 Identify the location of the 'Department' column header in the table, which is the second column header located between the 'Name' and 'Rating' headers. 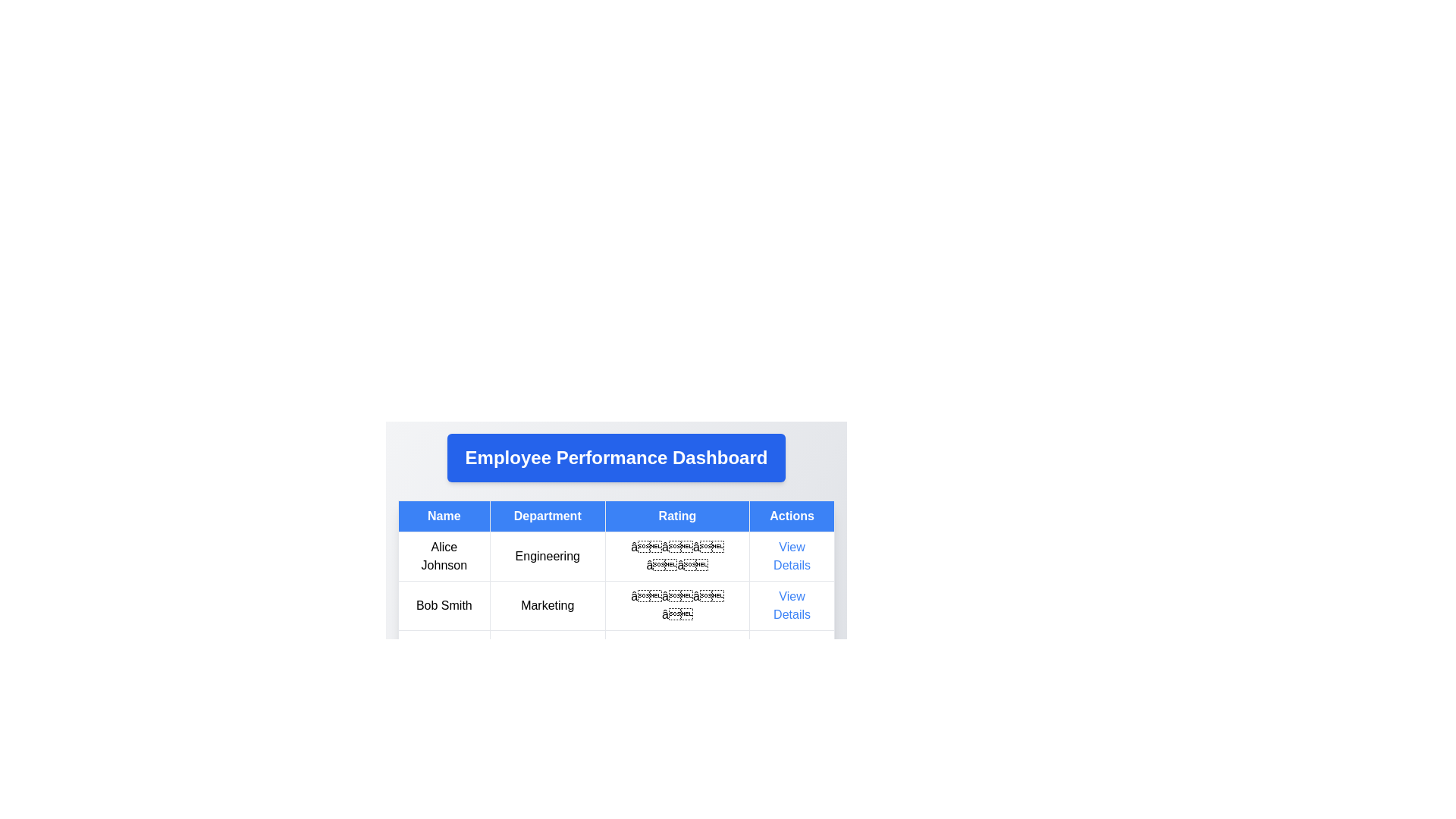
(547, 516).